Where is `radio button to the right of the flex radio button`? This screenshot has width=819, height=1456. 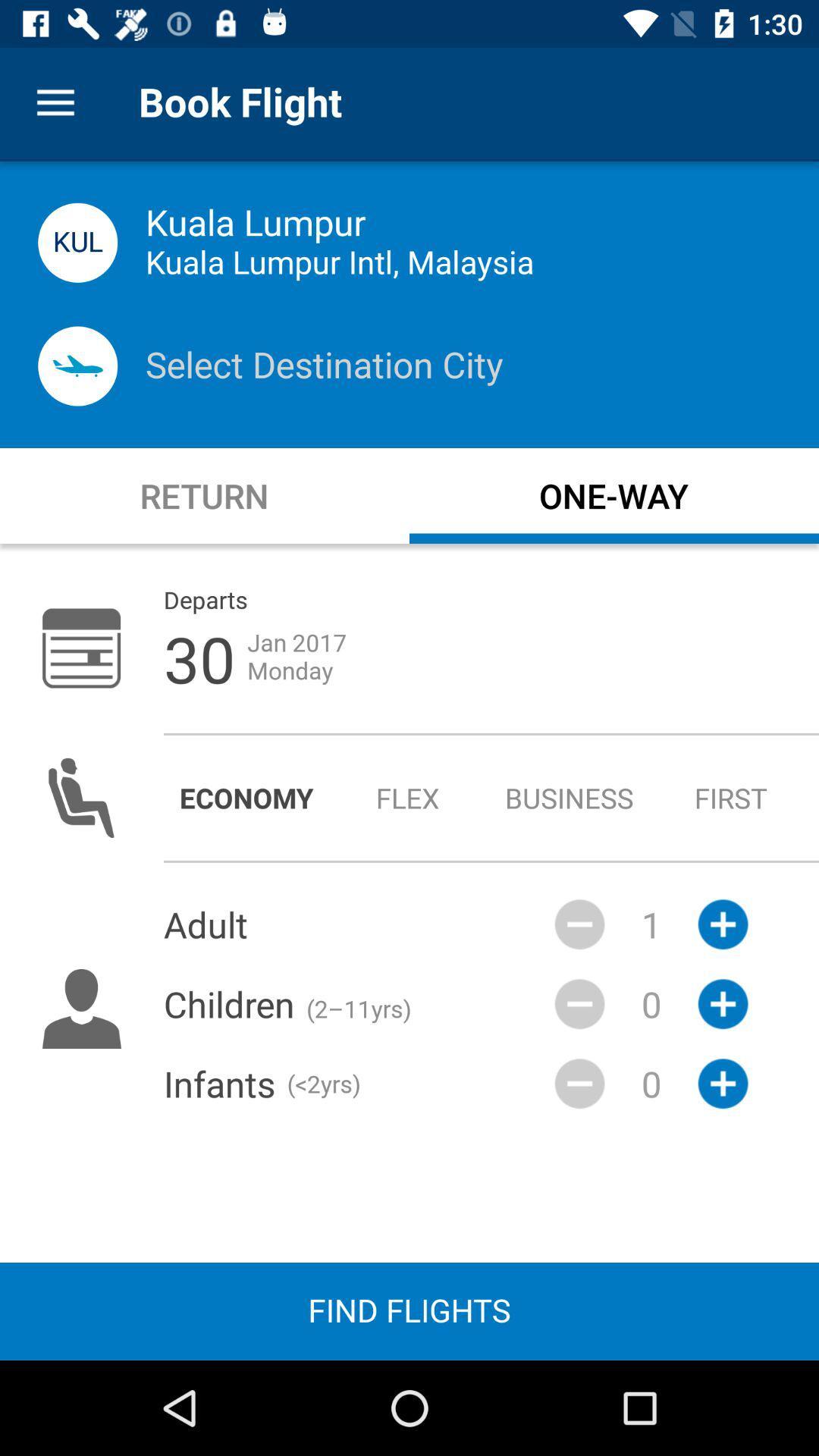
radio button to the right of the flex radio button is located at coordinates (570, 797).